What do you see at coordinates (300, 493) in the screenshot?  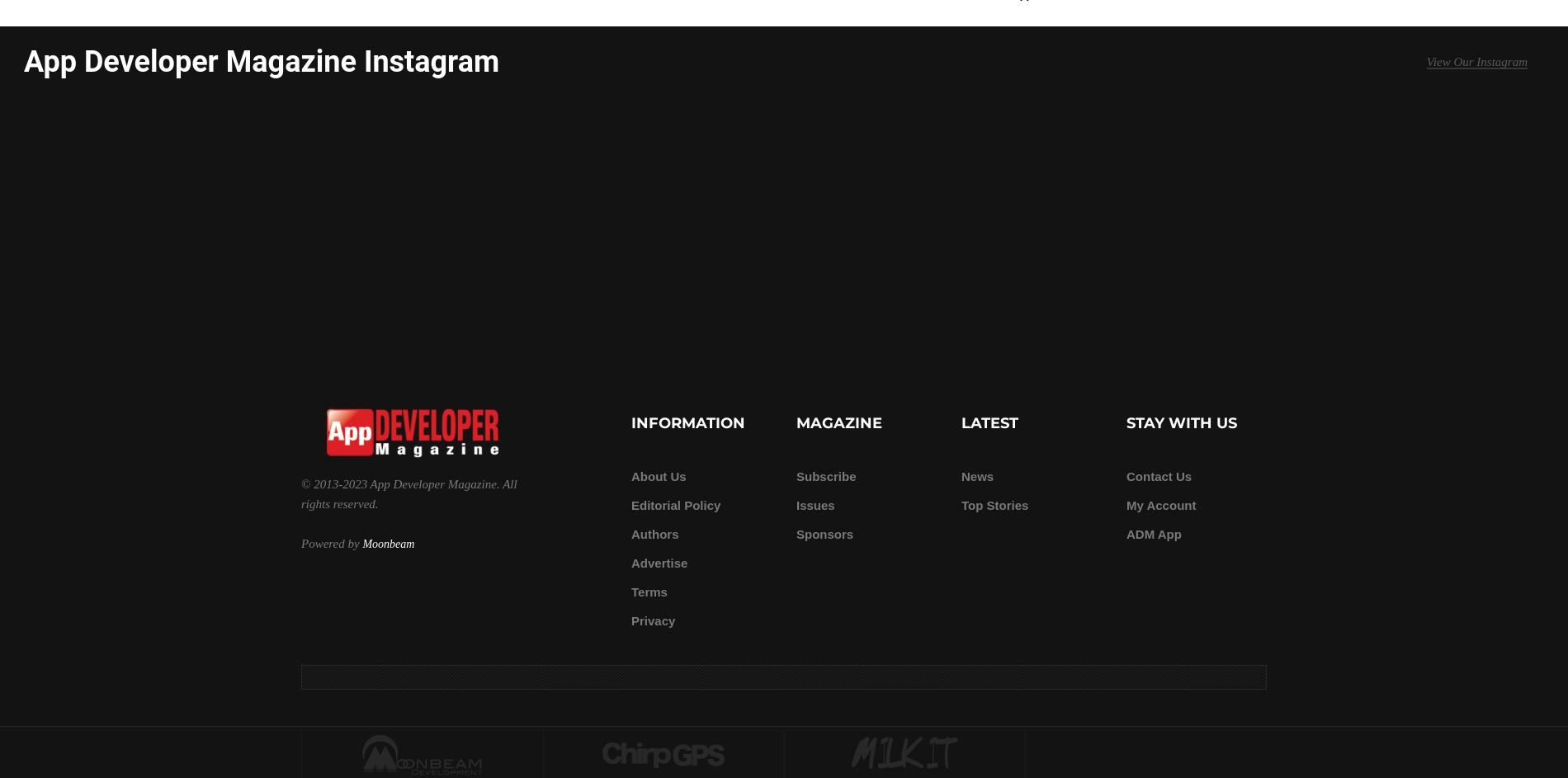 I see `'© 2013-2023 App Developer Magazine. All rights reserved.'` at bounding box center [300, 493].